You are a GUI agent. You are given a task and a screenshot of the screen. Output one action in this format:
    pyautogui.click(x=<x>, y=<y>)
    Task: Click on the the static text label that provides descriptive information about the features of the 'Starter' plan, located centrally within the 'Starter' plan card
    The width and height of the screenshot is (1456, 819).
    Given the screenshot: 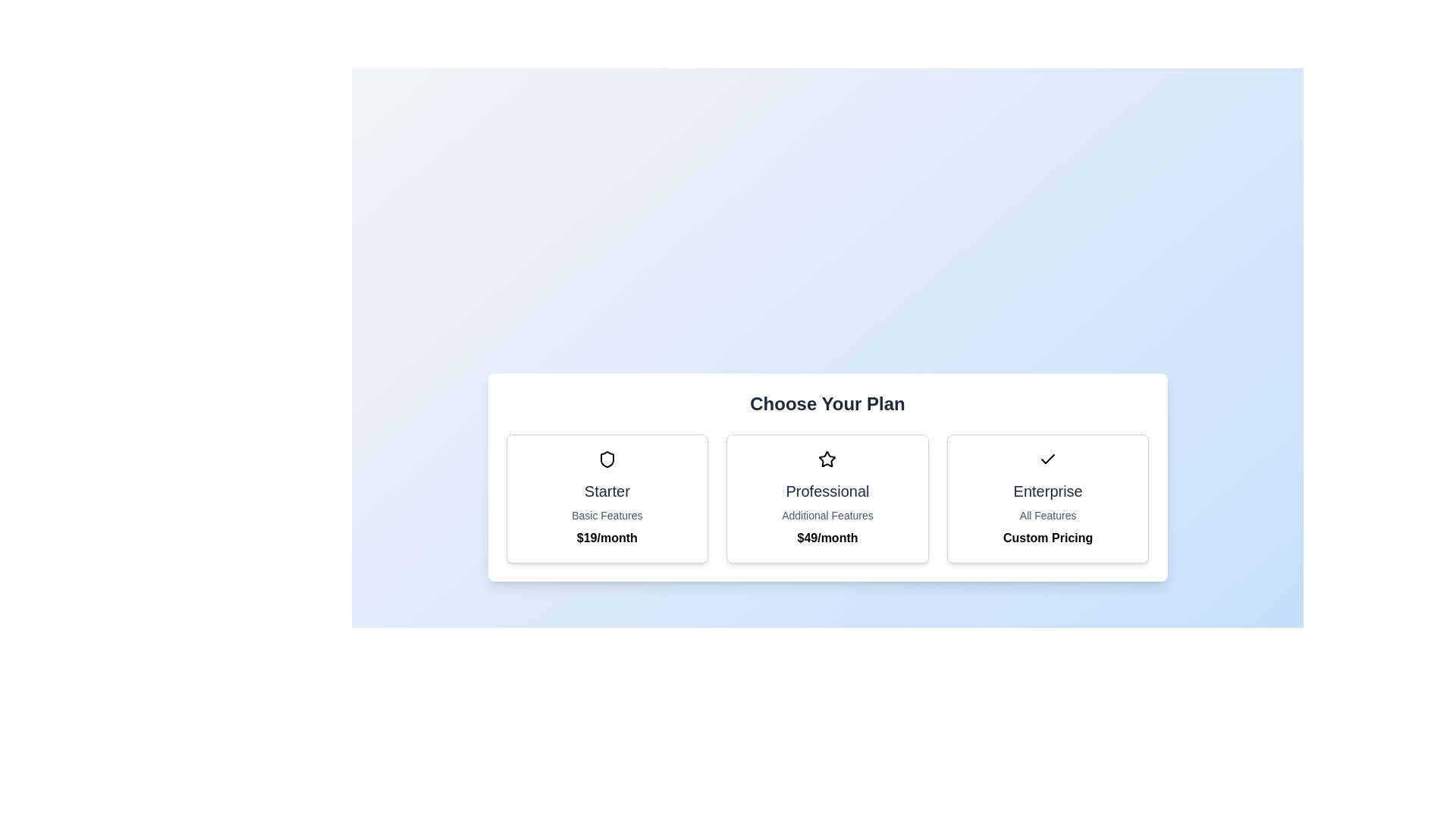 What is the action you would take?
    pyautogui.click(x=607, y=514)
    